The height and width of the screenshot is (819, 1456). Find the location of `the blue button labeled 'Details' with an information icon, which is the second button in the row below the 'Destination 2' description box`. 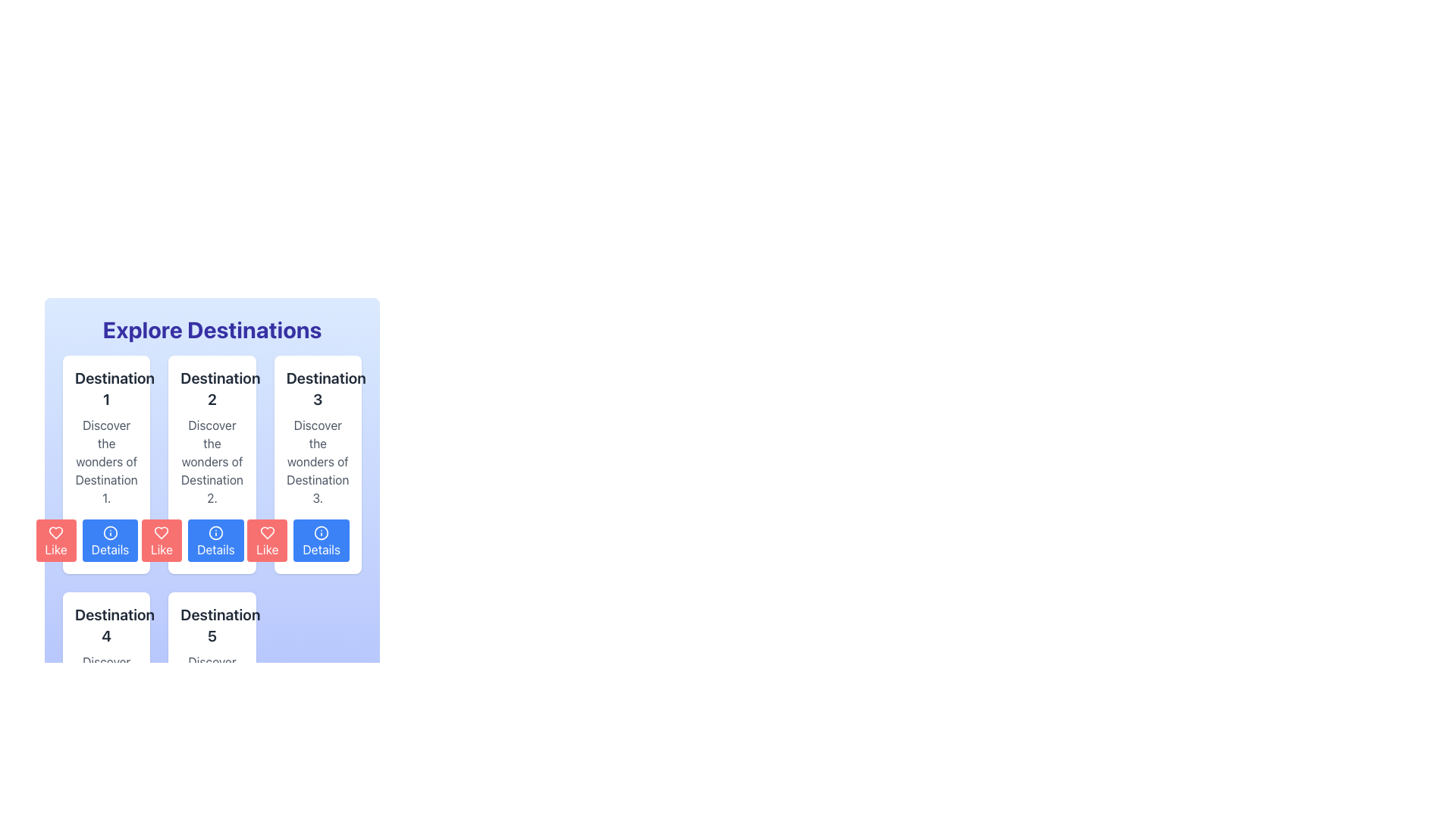

the blue button labeled 'Details' with an information icon, which is the second button in the row below the 'Destination 2' description box is located at coordinates (215, 540).